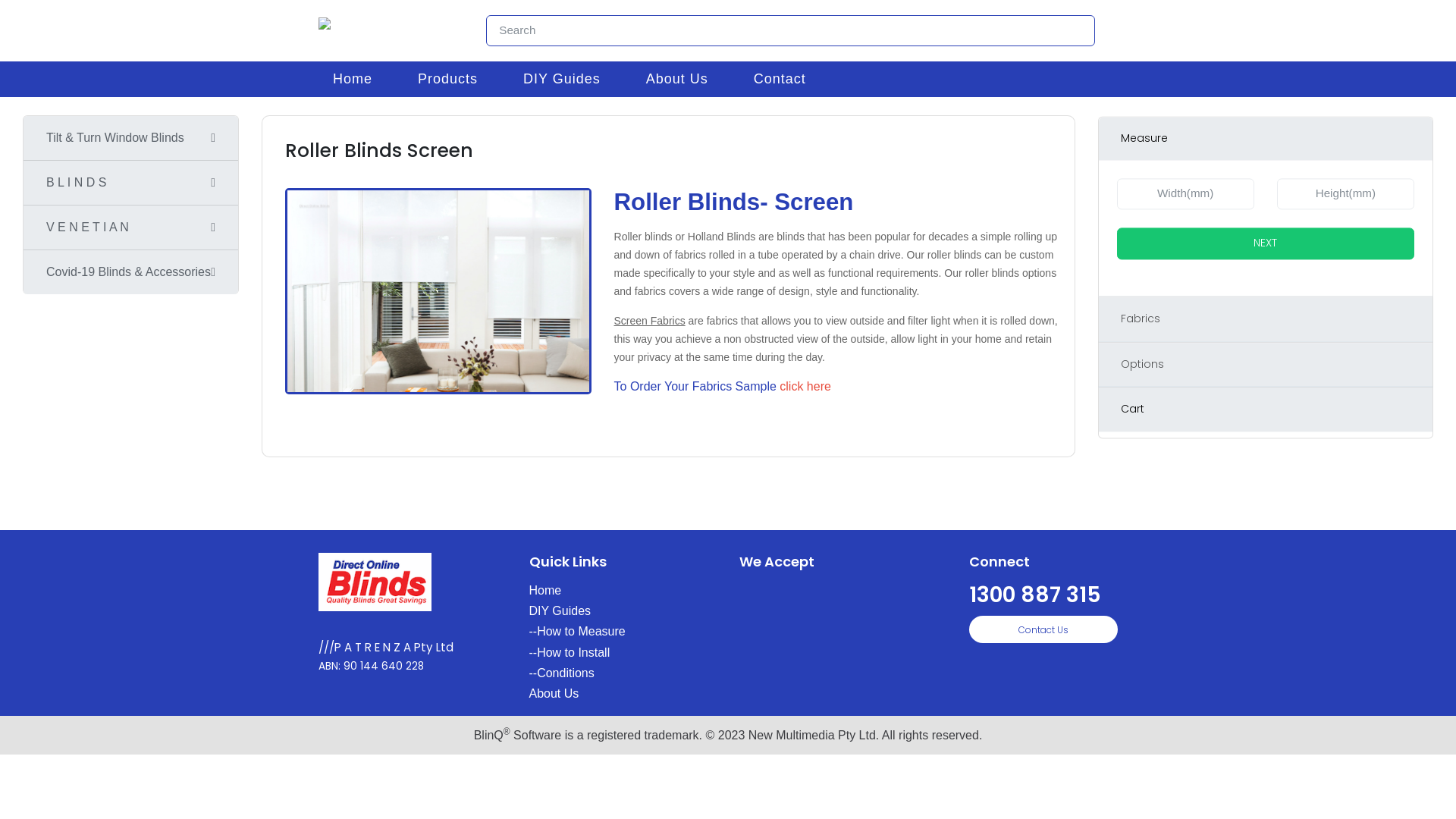 This screenshot has height=819, width=1456. Describe the element at coordinates (128, 271) in the screenshot. I see `'Covid-19 Blinds & Accessories'` at that location.